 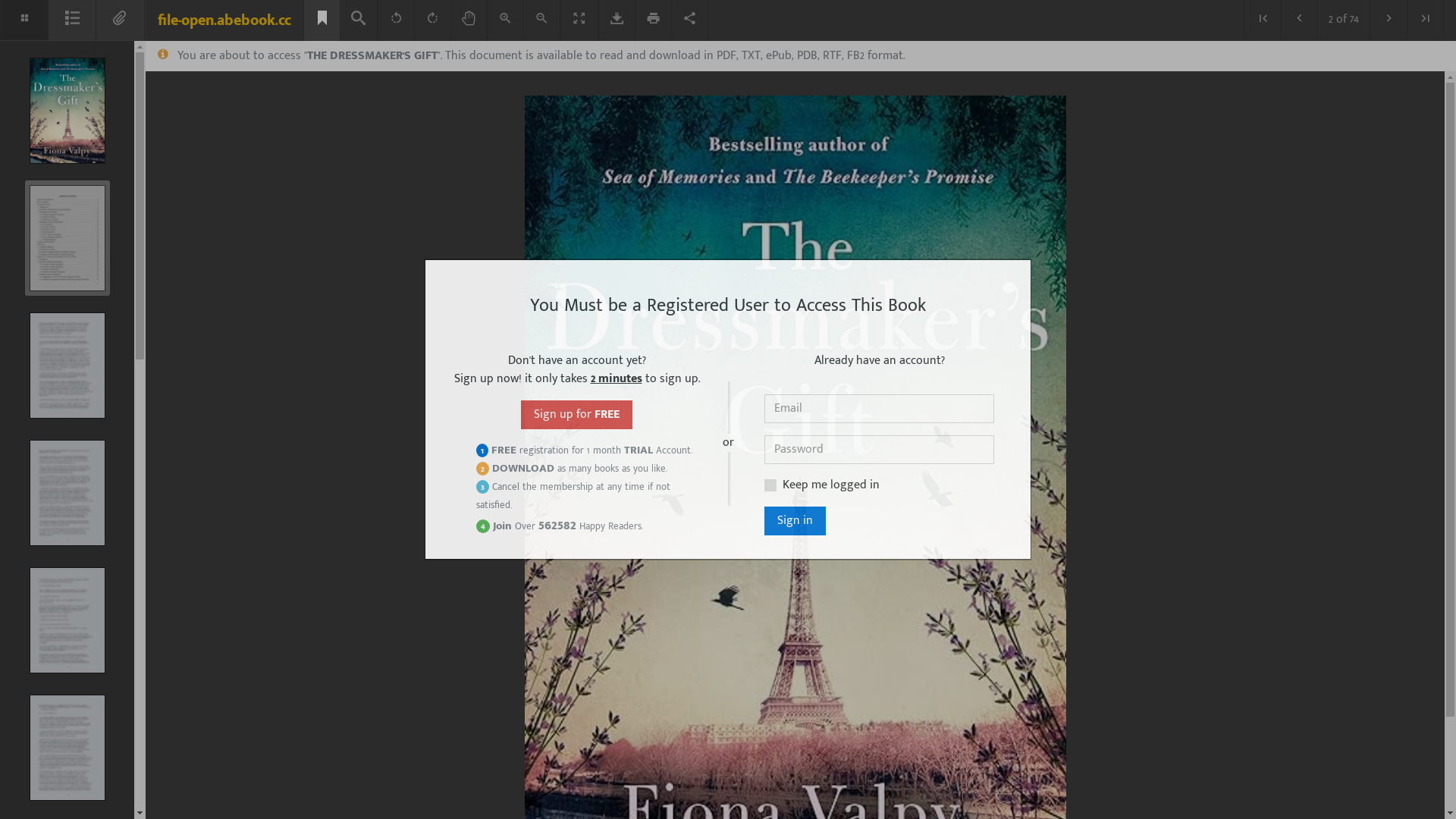 What do you see at coordinates (794, 519) in the screenshot?
I see `'Sign in'` at bounding box center [794, 519].